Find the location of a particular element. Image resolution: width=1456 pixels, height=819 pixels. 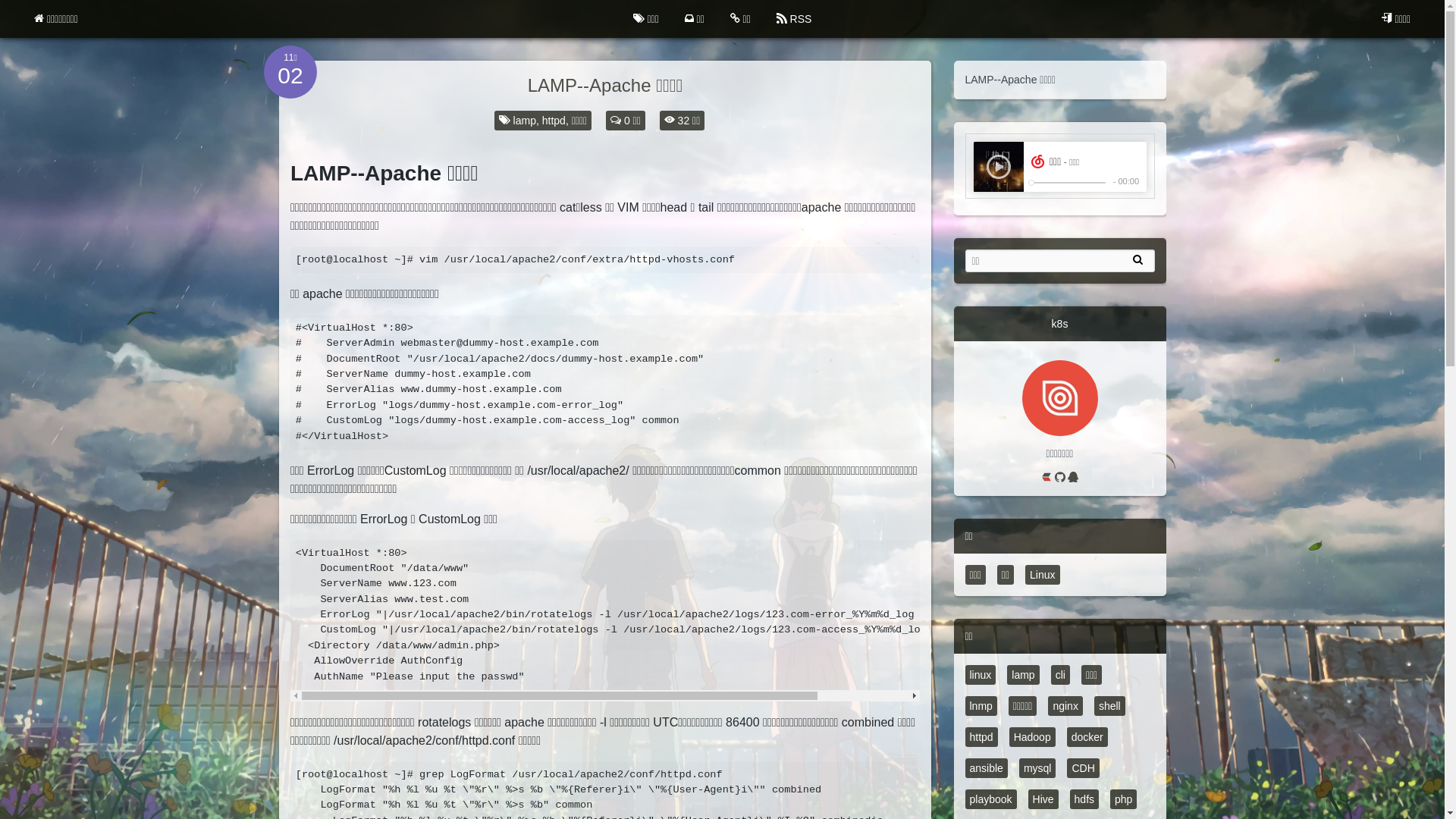

'Hive' is located at coordinates (1043, 798).